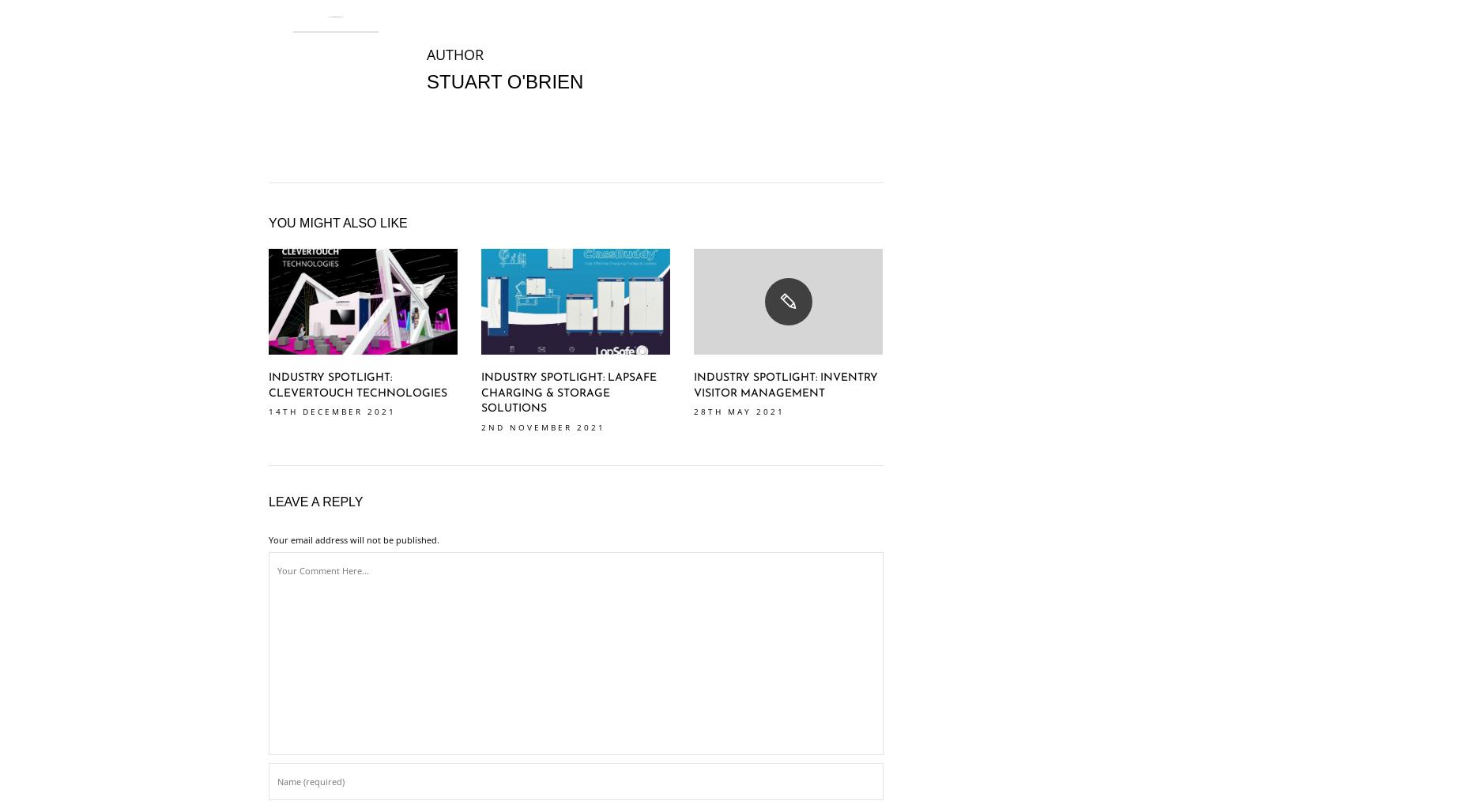 Image resolution: width=1462 pixels, height=812 pixels. I want to click on 'AUTHOR', so click(455, 53).